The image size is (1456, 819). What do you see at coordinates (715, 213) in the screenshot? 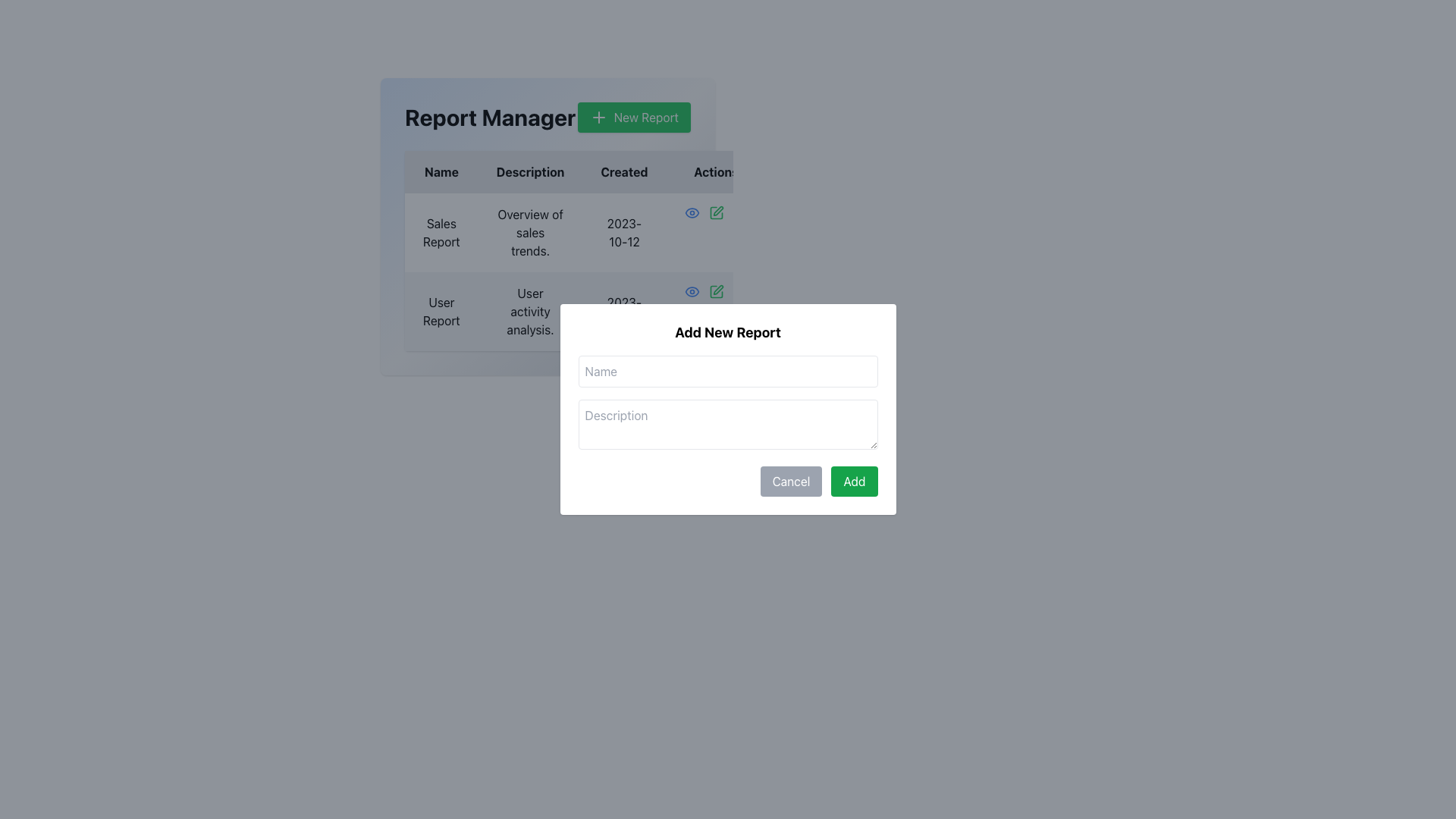
I see `the 'Edit' icon button located at the rightmost side of the 'Actions' column in the 'User Report' row of the 'Report Manager' table` at bounding box center [715, 213].